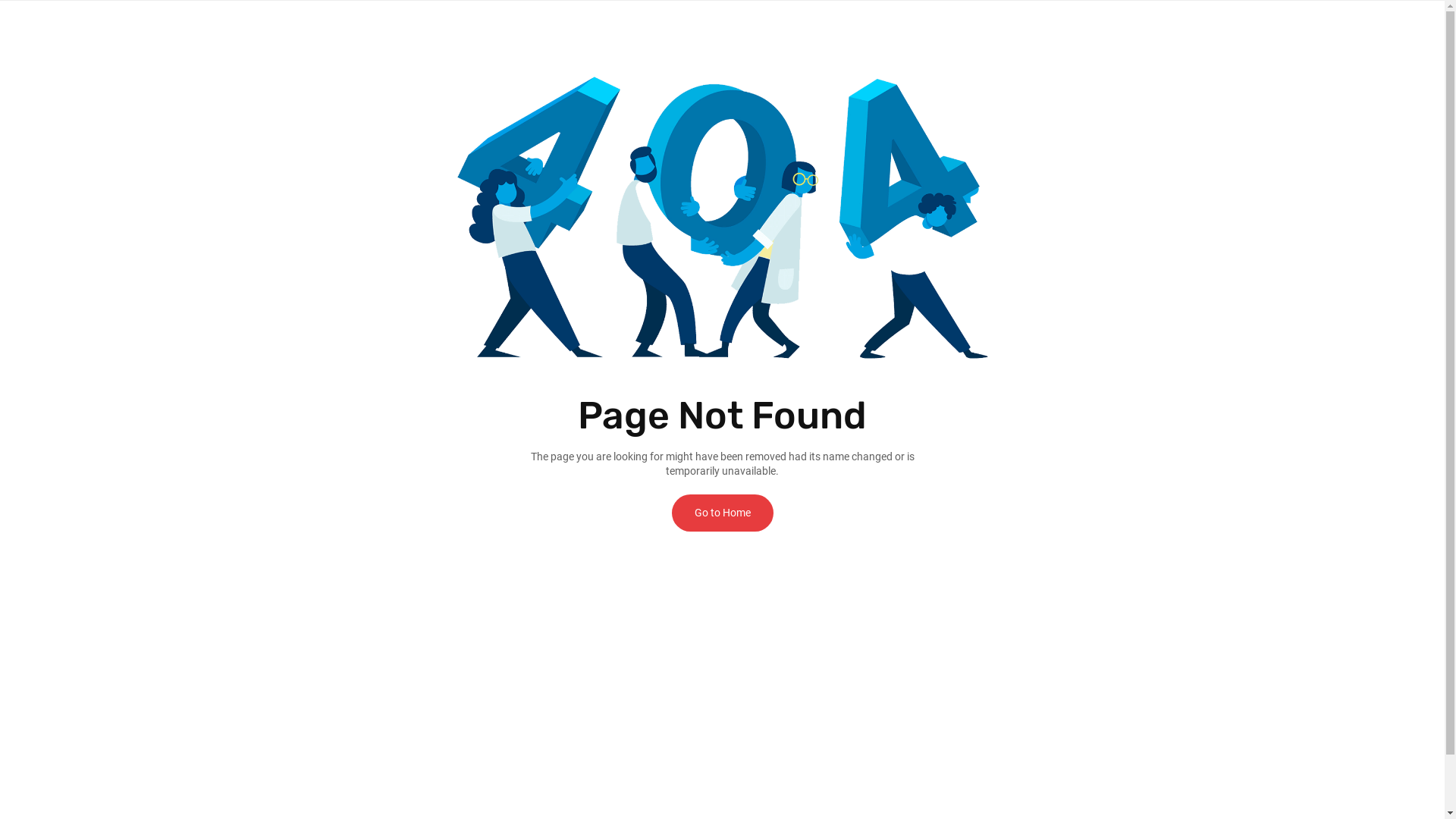 This screenshot has height=819, width=1456. What do you see at coordinates (722, 512) in the screenshot?
I see `'Go to Home'` at bounding box center [722, 512].